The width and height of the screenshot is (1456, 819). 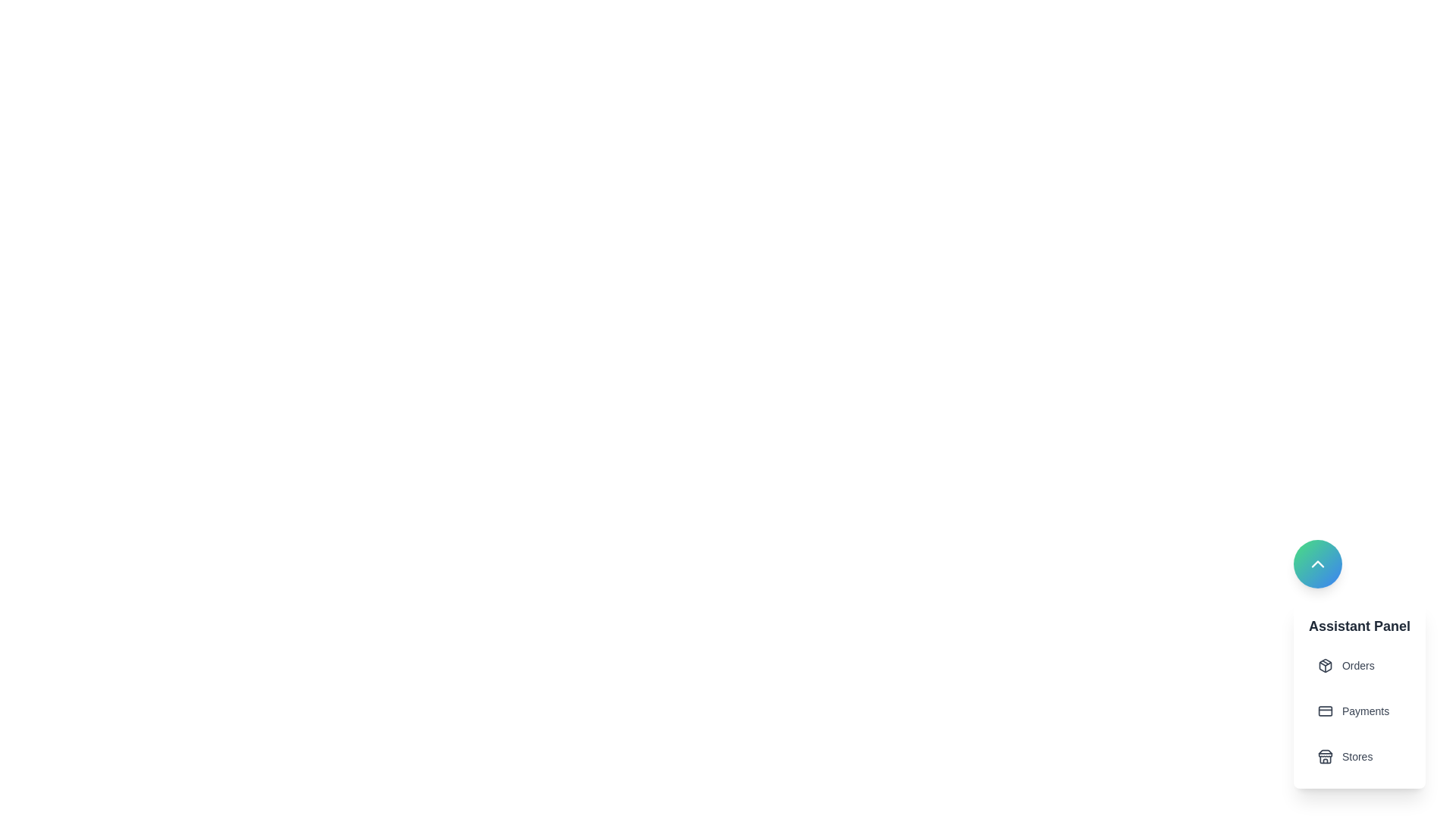 What do you see at coordinates (1316, 564) in the screenshot?
I see `toggle button to toggle the visibility of the assistant panel` at bounding box center [1316, 564].